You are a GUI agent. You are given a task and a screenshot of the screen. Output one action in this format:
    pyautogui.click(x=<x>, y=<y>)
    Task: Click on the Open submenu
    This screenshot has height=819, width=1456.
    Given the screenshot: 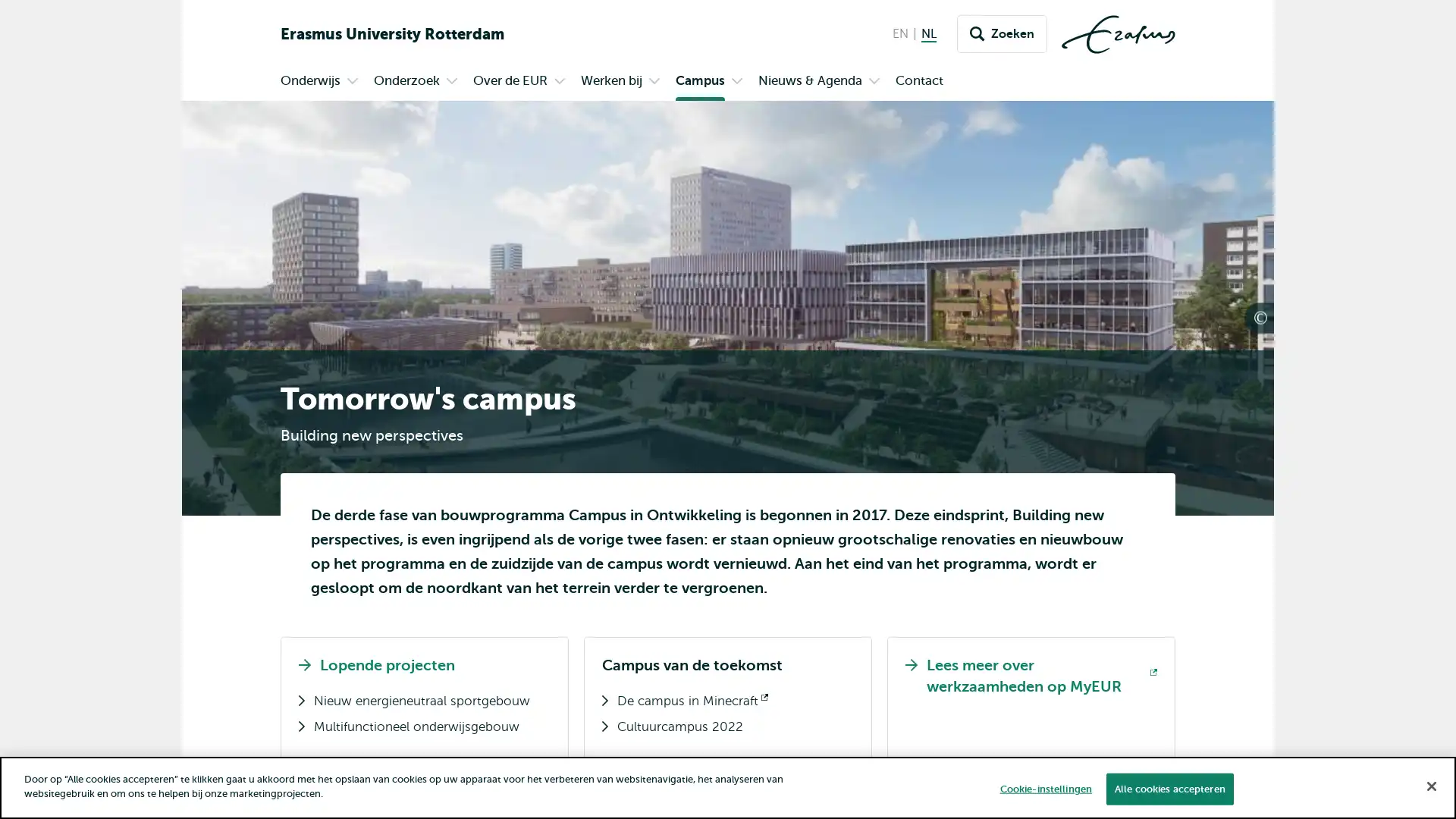 What is the action you would take?
    pyautogui.click(x=450, y=82)
    